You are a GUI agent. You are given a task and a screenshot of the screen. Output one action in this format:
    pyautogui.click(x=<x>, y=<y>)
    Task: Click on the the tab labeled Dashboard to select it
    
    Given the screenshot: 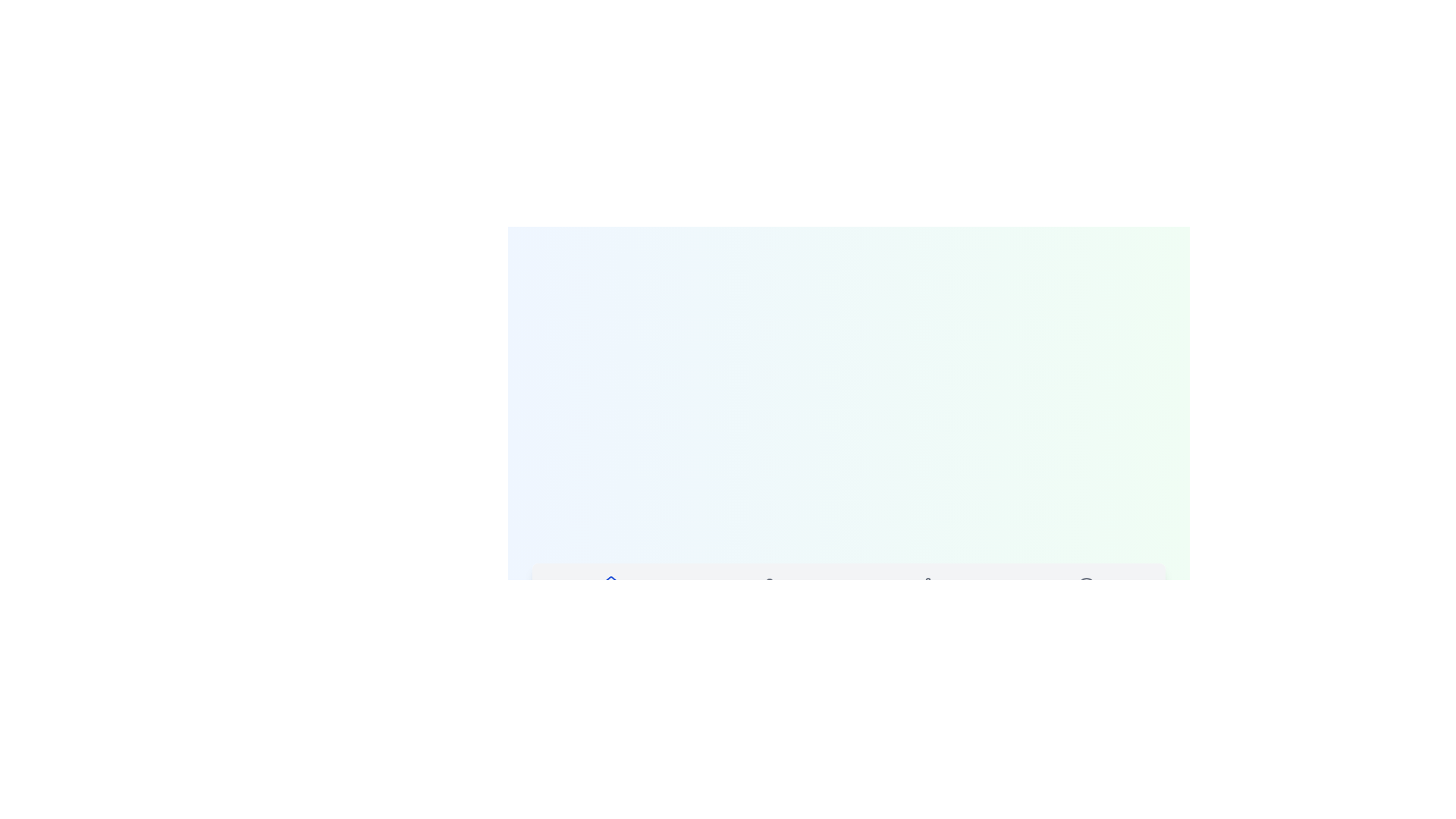 What is the action you would take?
    pyautogui.click(x=611, y=594)
    